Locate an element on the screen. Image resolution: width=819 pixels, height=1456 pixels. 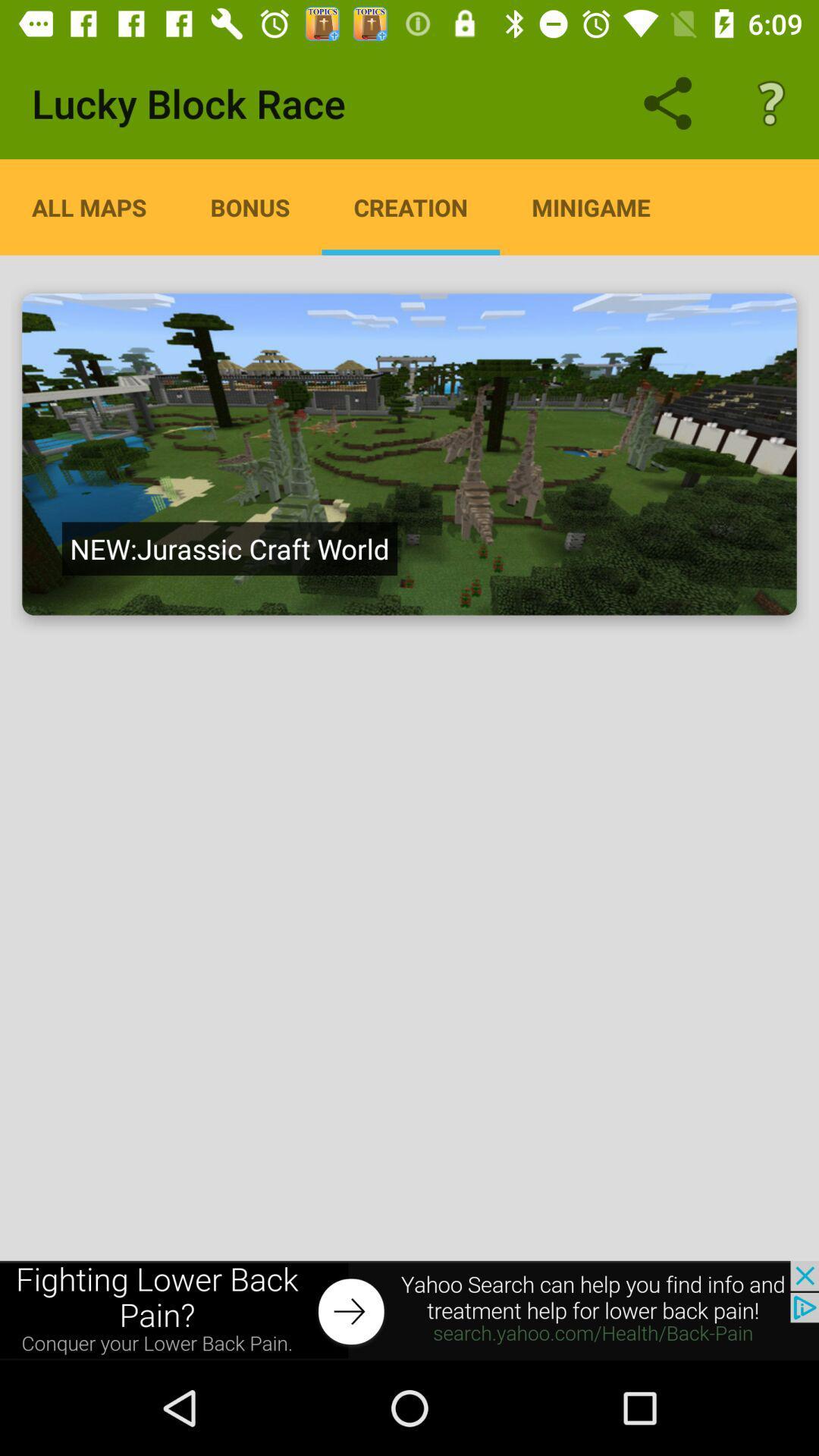
share icon is located at coordinates (667, 103).